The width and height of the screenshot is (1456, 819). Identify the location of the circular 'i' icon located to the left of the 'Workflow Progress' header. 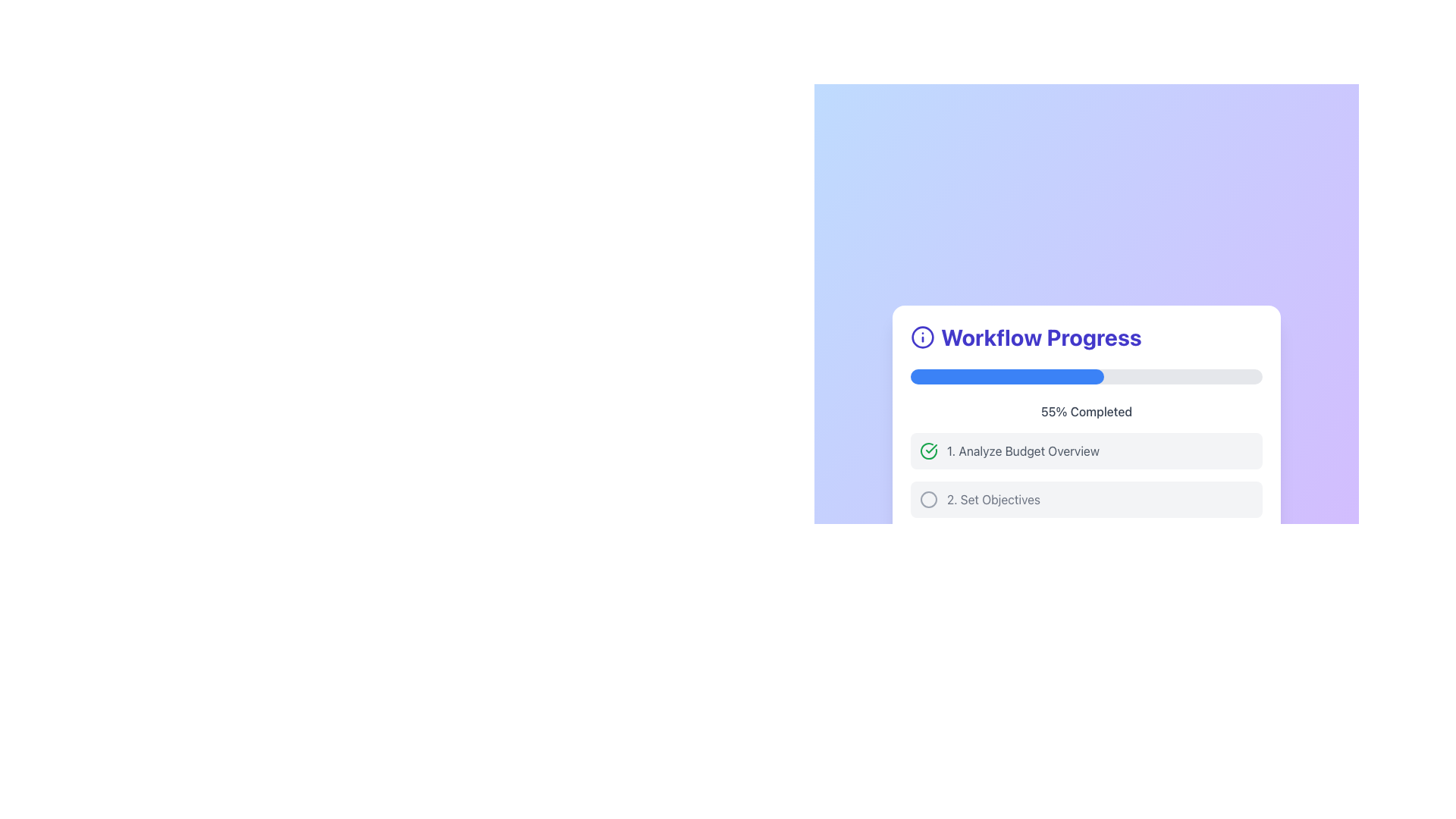
(922, 336).